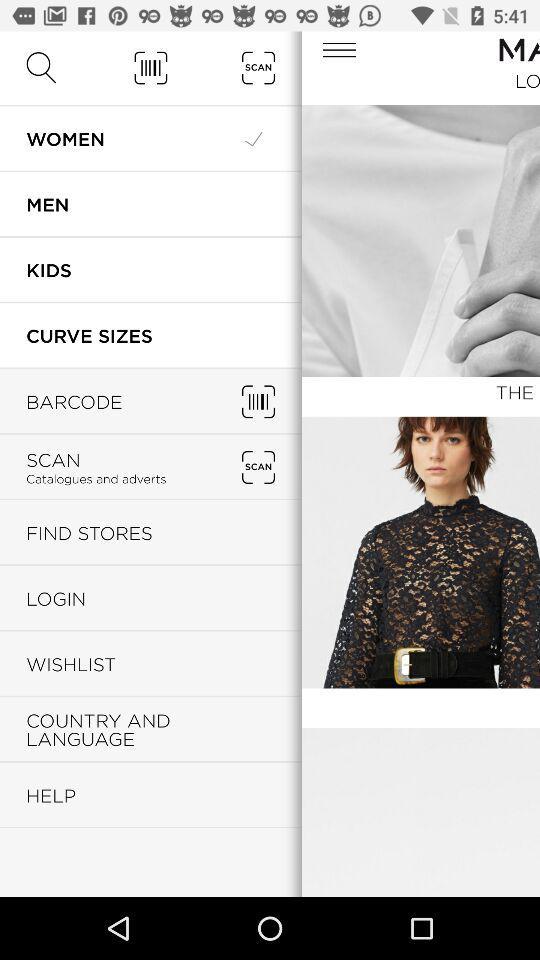 The width and height of the screenshot is (540, 960). What do you see at coordinates (258, 400) in the screenshot?
I see `the barcode image right next to barcode` at bounding box center [258, 400].